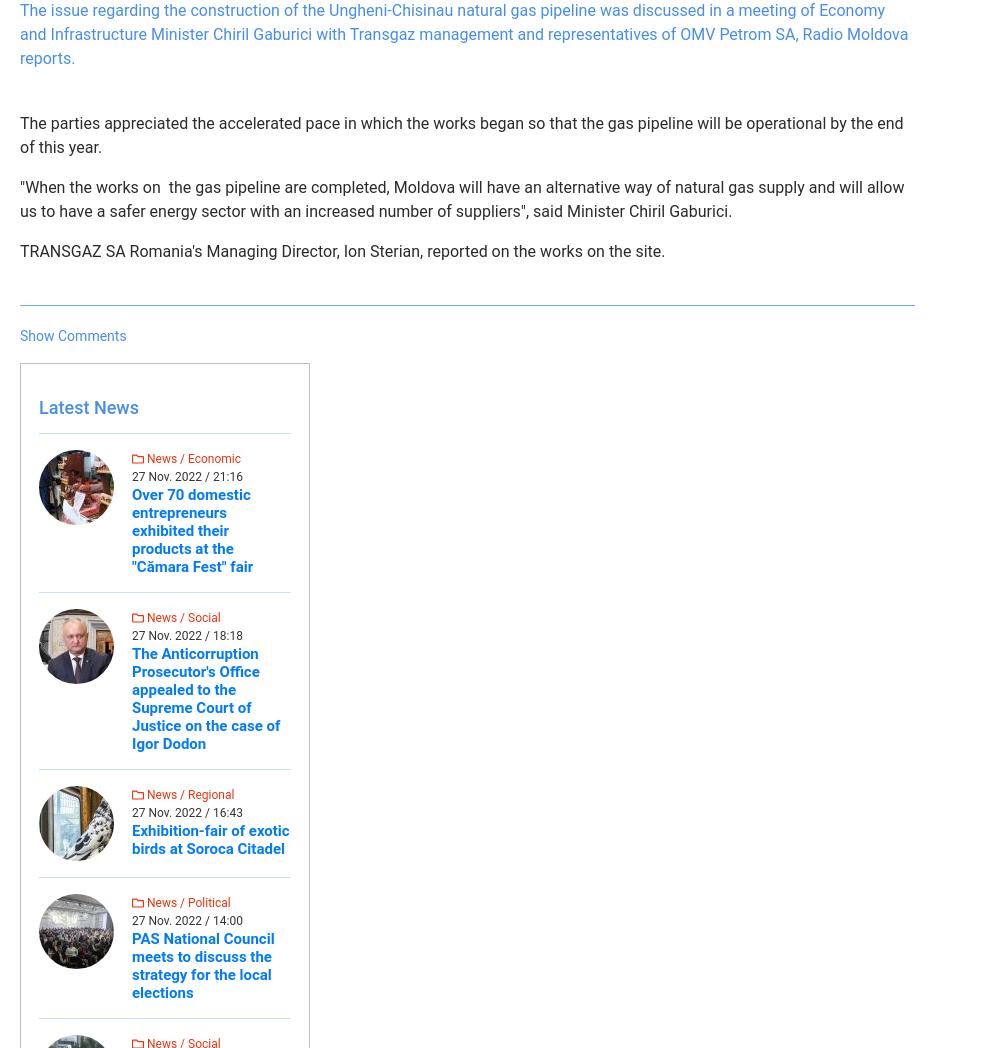 The image size is (1000, 1048). Describe the element at coordinates (187, 920) in the screenshot. I see `'27 Nov. 2022 / 14:00'` at that location.